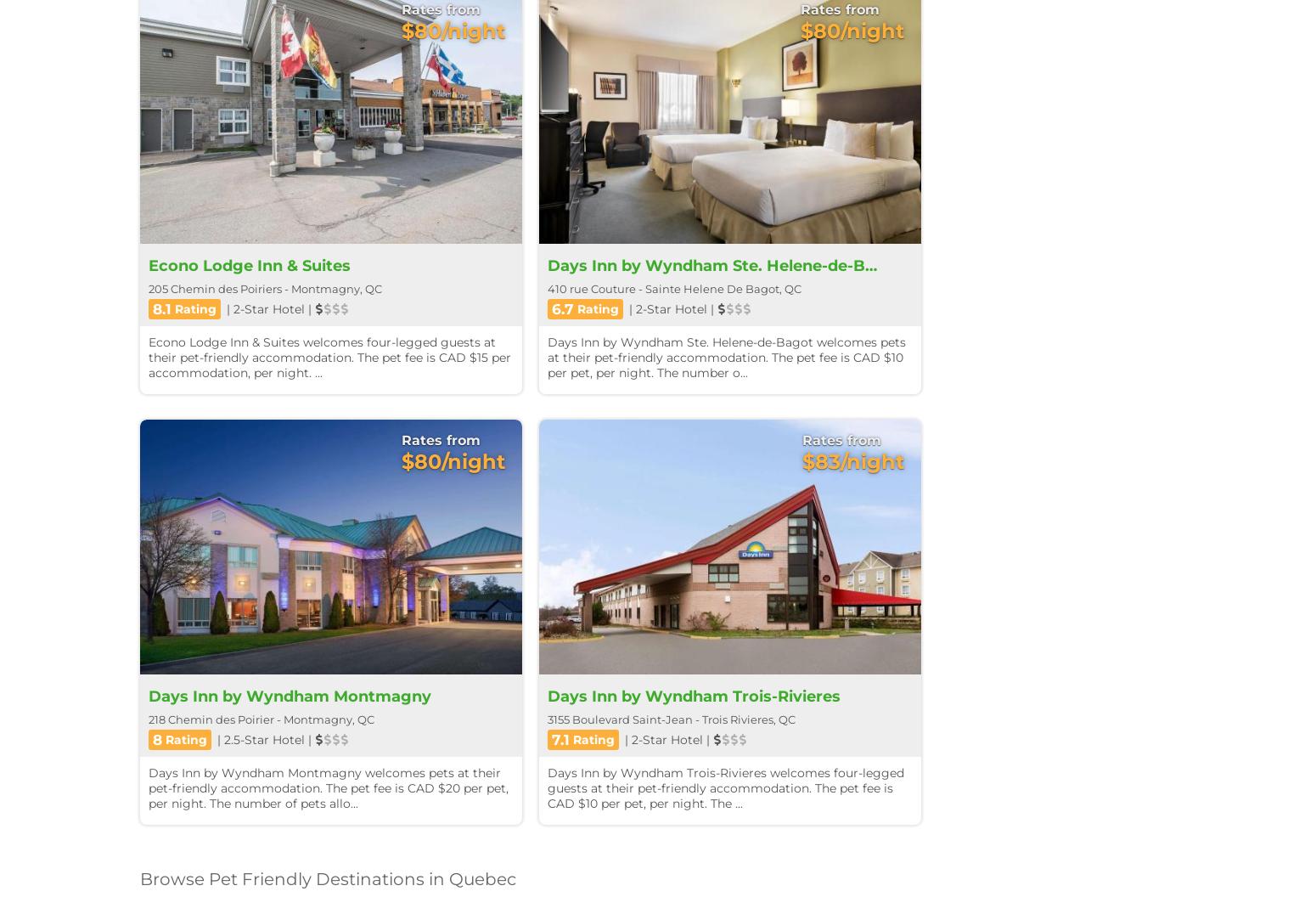 Image resolution: width=1316 pixels, height=897 pixels. What do you see at coordinates (591, 286) in the screenshot?
I see `'410 rue Couture'` at bounding box center [591, 286].